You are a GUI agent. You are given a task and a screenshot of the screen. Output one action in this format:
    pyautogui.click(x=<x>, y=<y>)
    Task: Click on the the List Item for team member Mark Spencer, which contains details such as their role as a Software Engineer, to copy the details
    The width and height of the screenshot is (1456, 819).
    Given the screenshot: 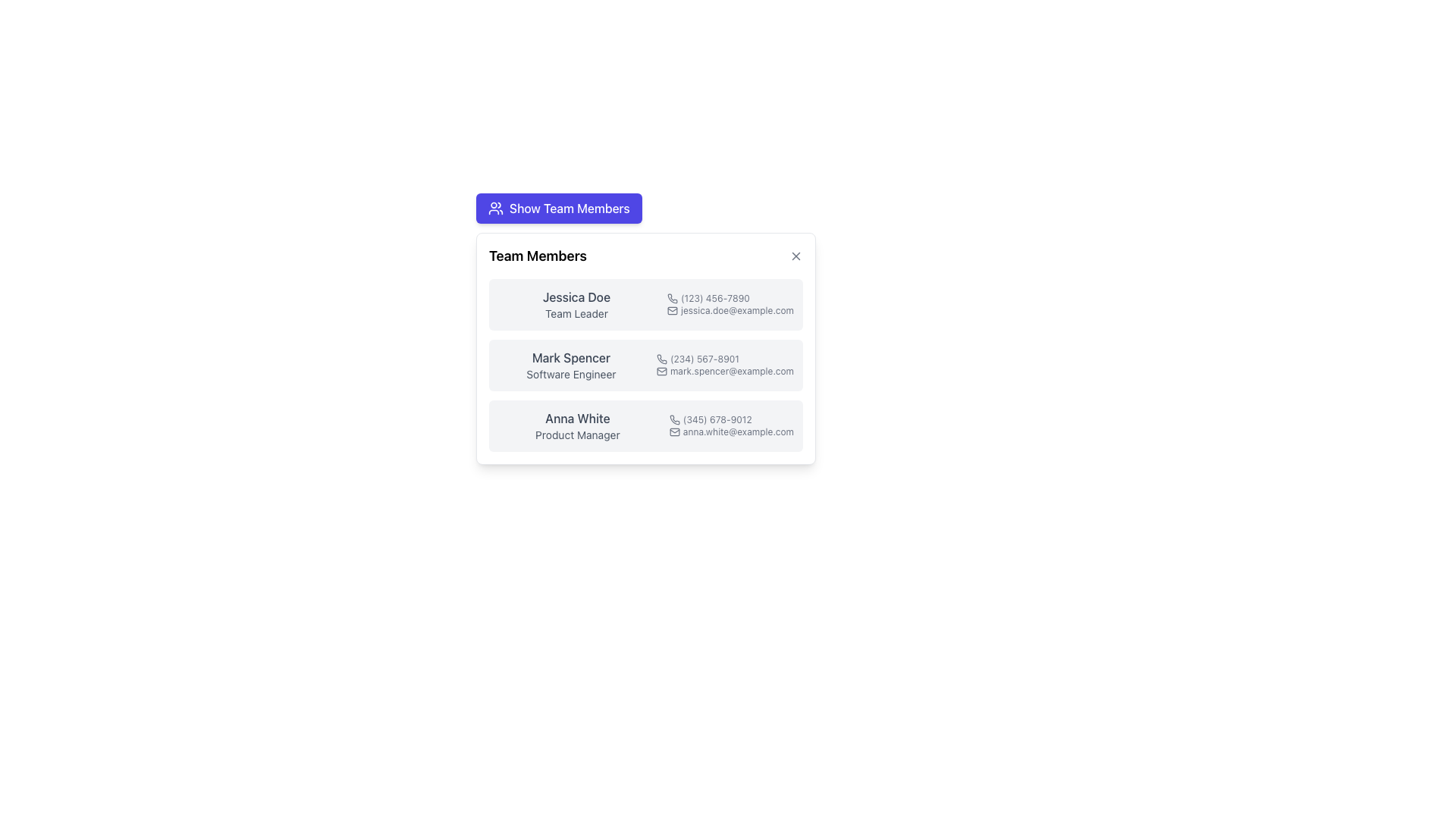 What is the action you would take?
    pyautogui.click(x=645, y=348)
    